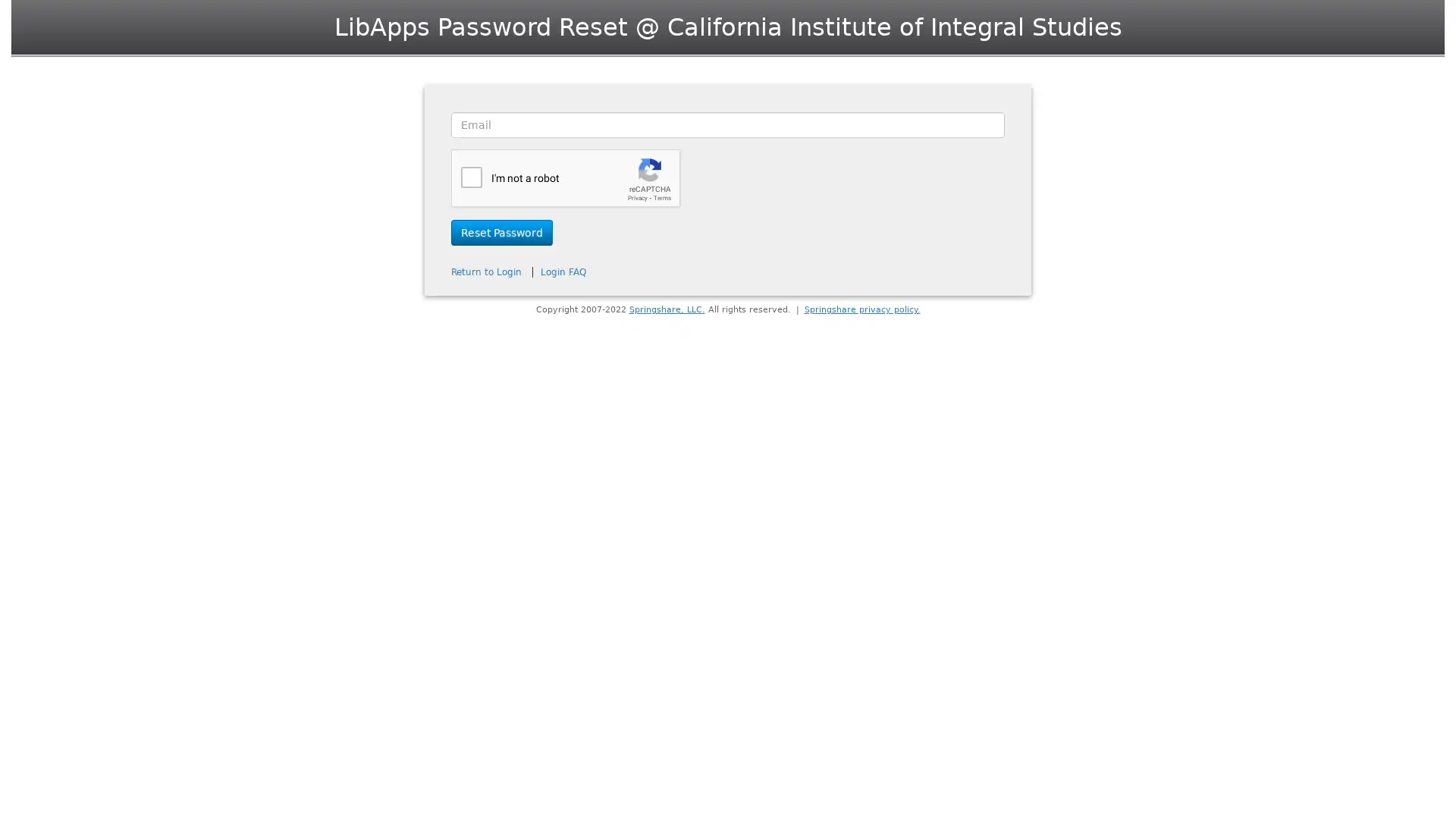 Image resolution: width=1456 pixels, height=819 pixels. I want to click on Reset Password, so click(502, 233).